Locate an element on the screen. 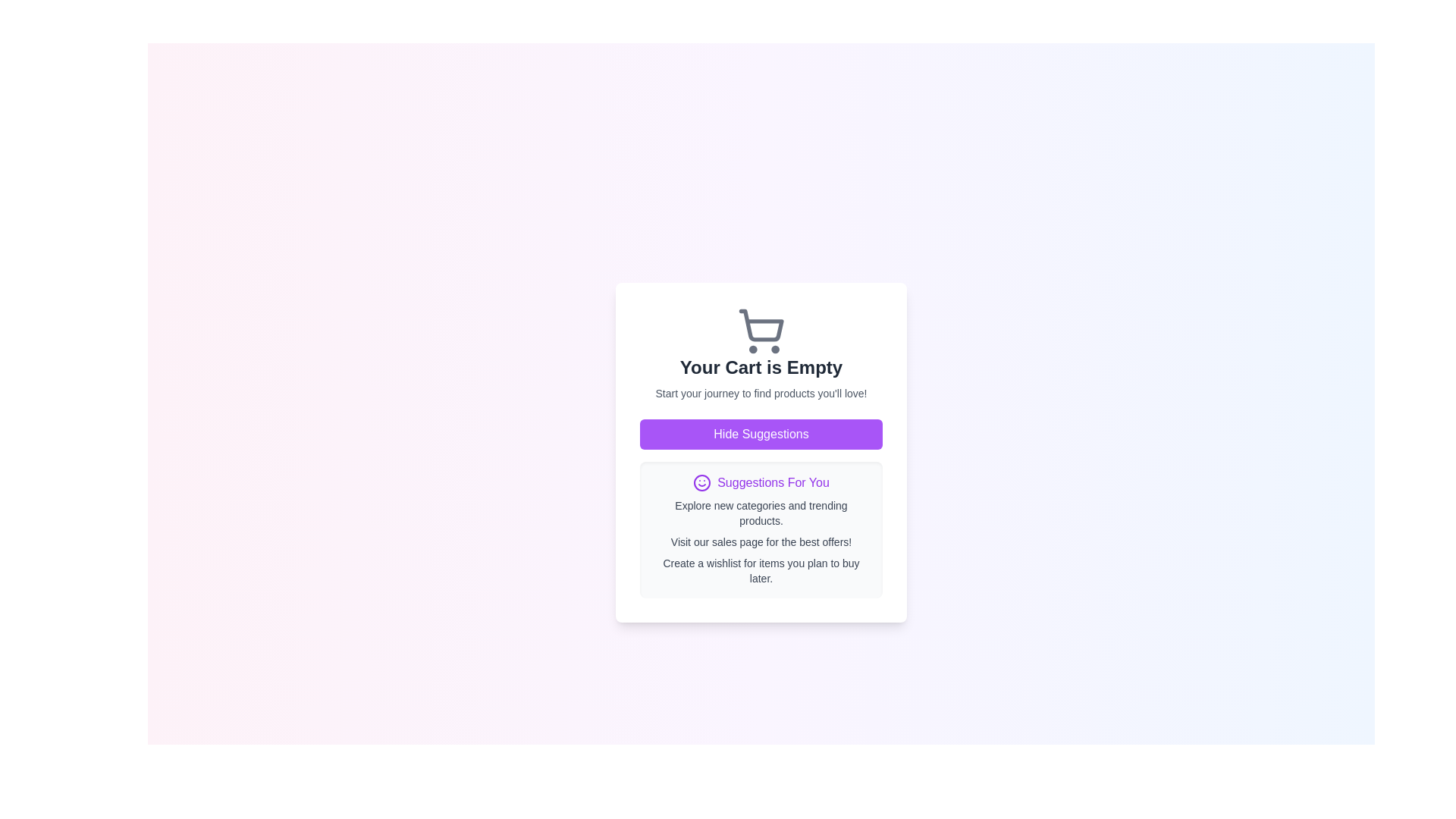 This screenshot has width=1456, height=819. the rectangular button with rounded corners that has a purple background and white text reading 'Hide Suggestions' to hide the suggestions is located at coordinates (761, 435).